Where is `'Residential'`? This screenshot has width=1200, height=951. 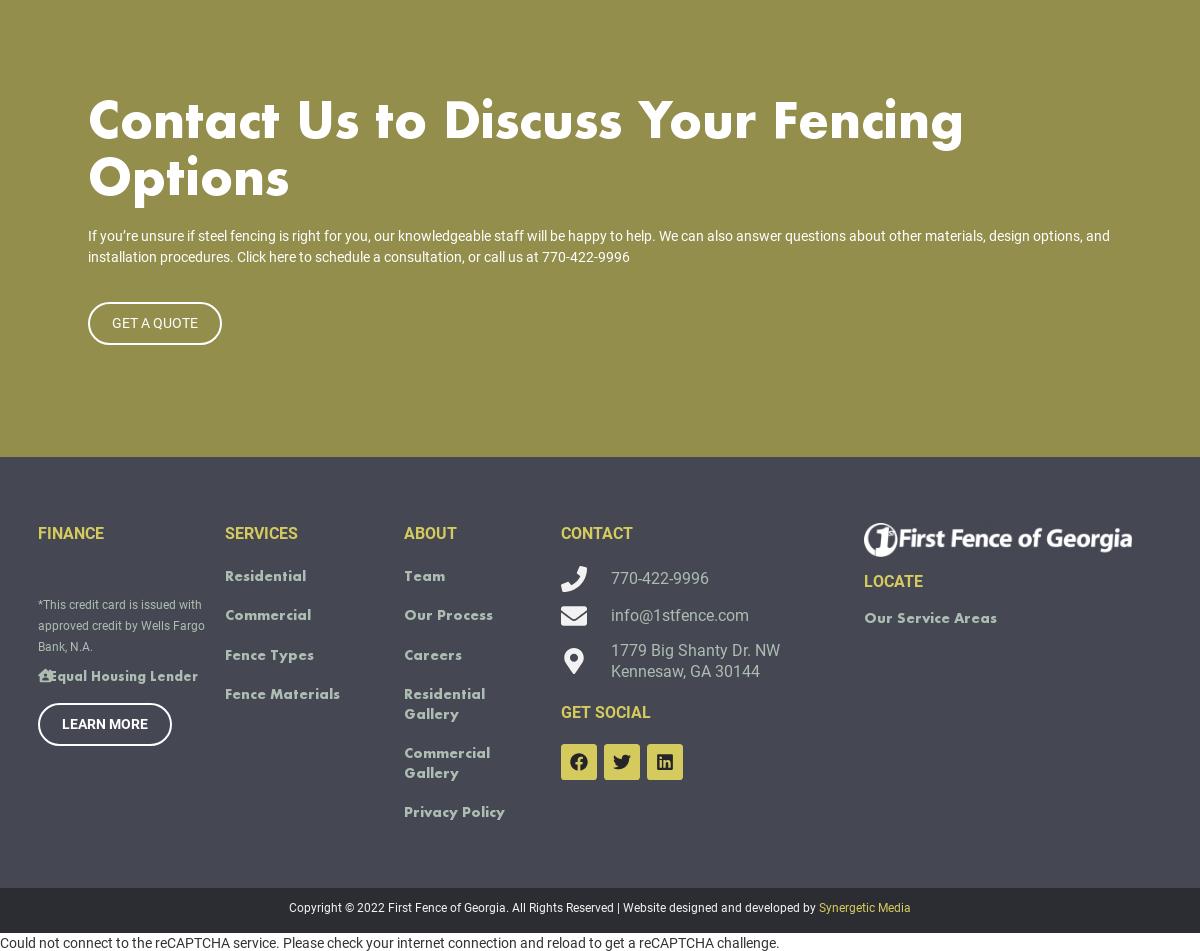
'Residential' is located at coordinates (264, 602).